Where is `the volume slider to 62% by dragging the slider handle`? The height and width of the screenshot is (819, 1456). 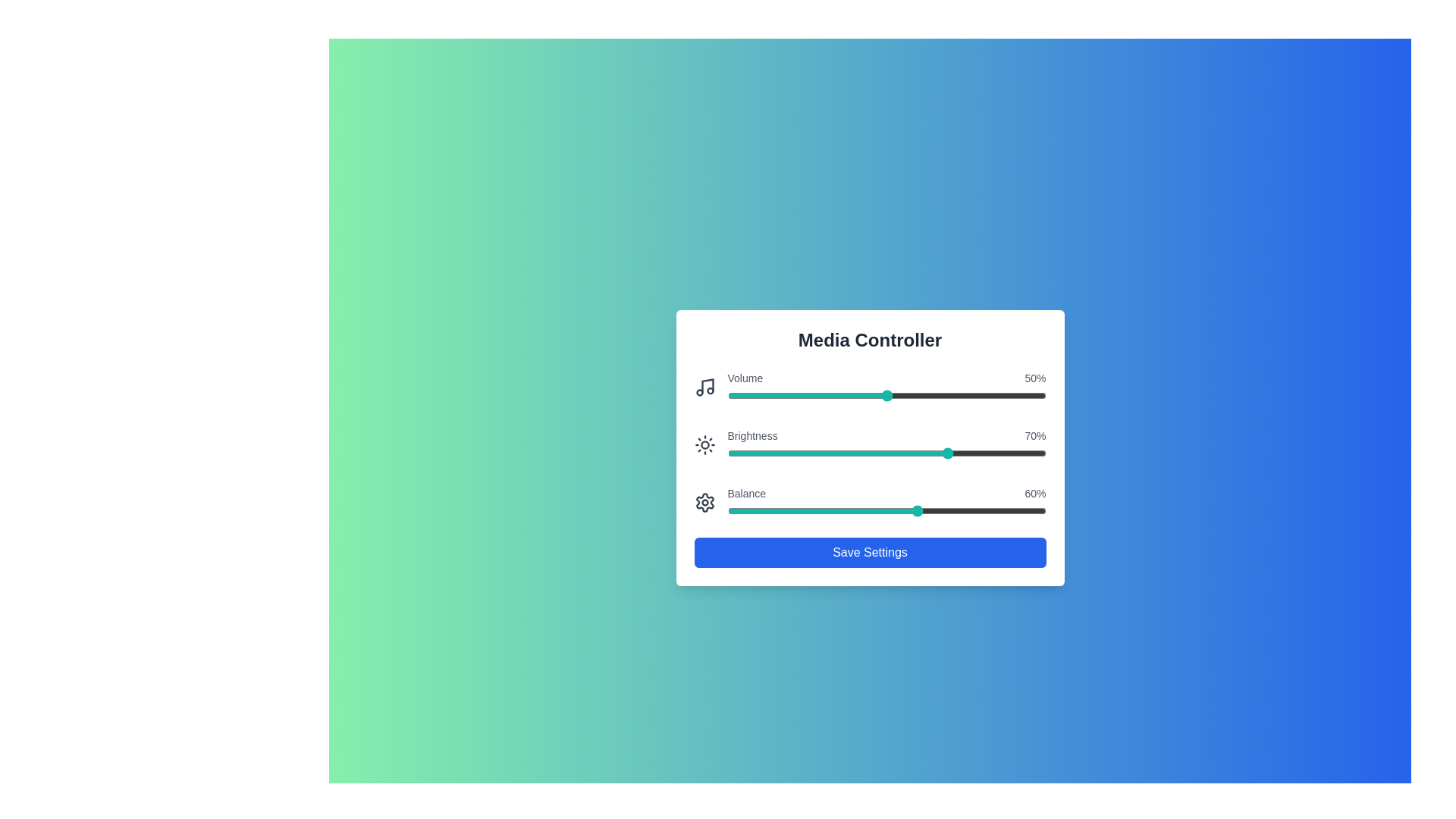 the volume slider to 62% by dragging the slider handle is located at coordinates (924, 394).